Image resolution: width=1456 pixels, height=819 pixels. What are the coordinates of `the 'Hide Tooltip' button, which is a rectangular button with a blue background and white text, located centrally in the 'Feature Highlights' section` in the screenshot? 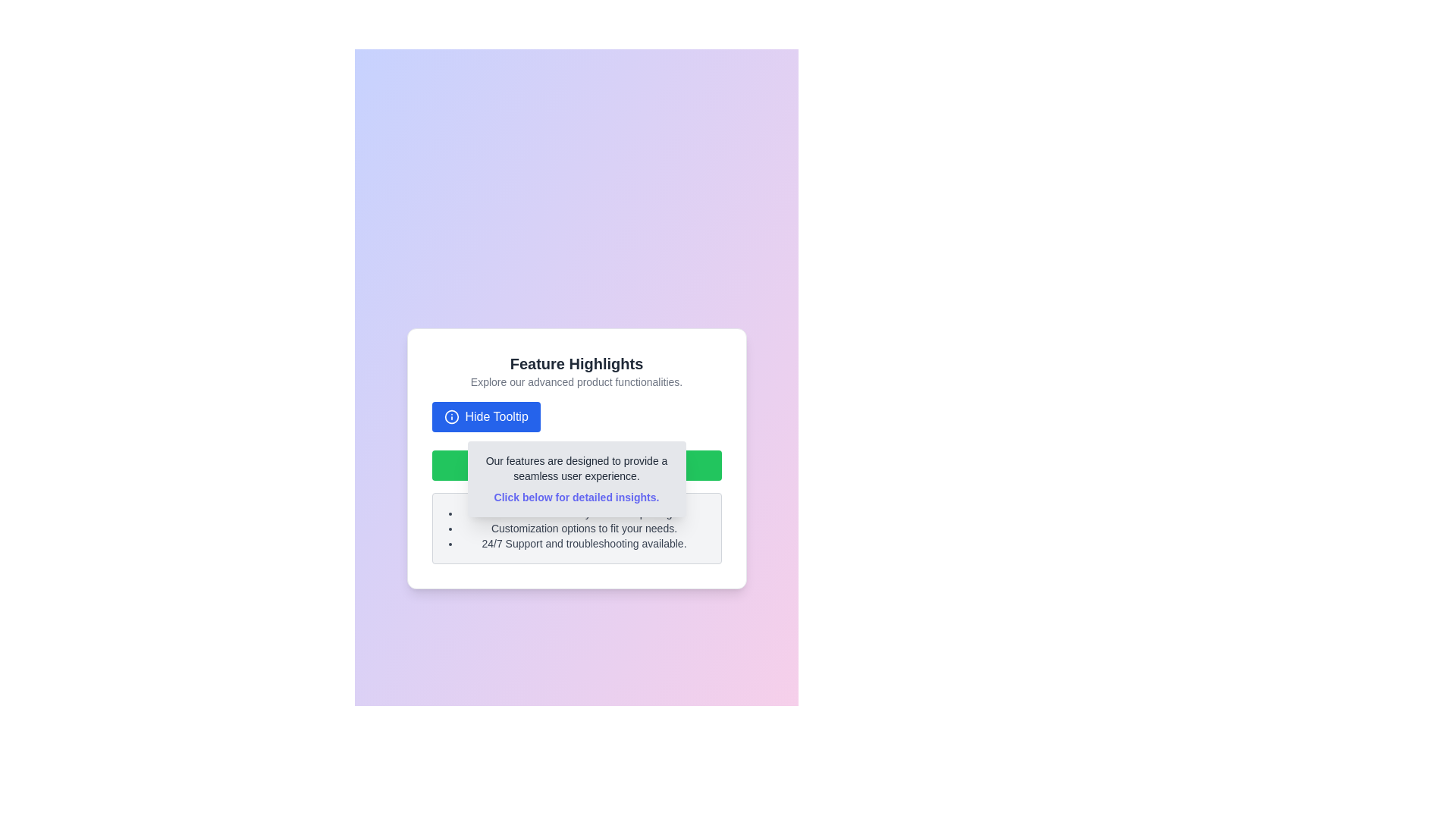 It's located at (486, 417).